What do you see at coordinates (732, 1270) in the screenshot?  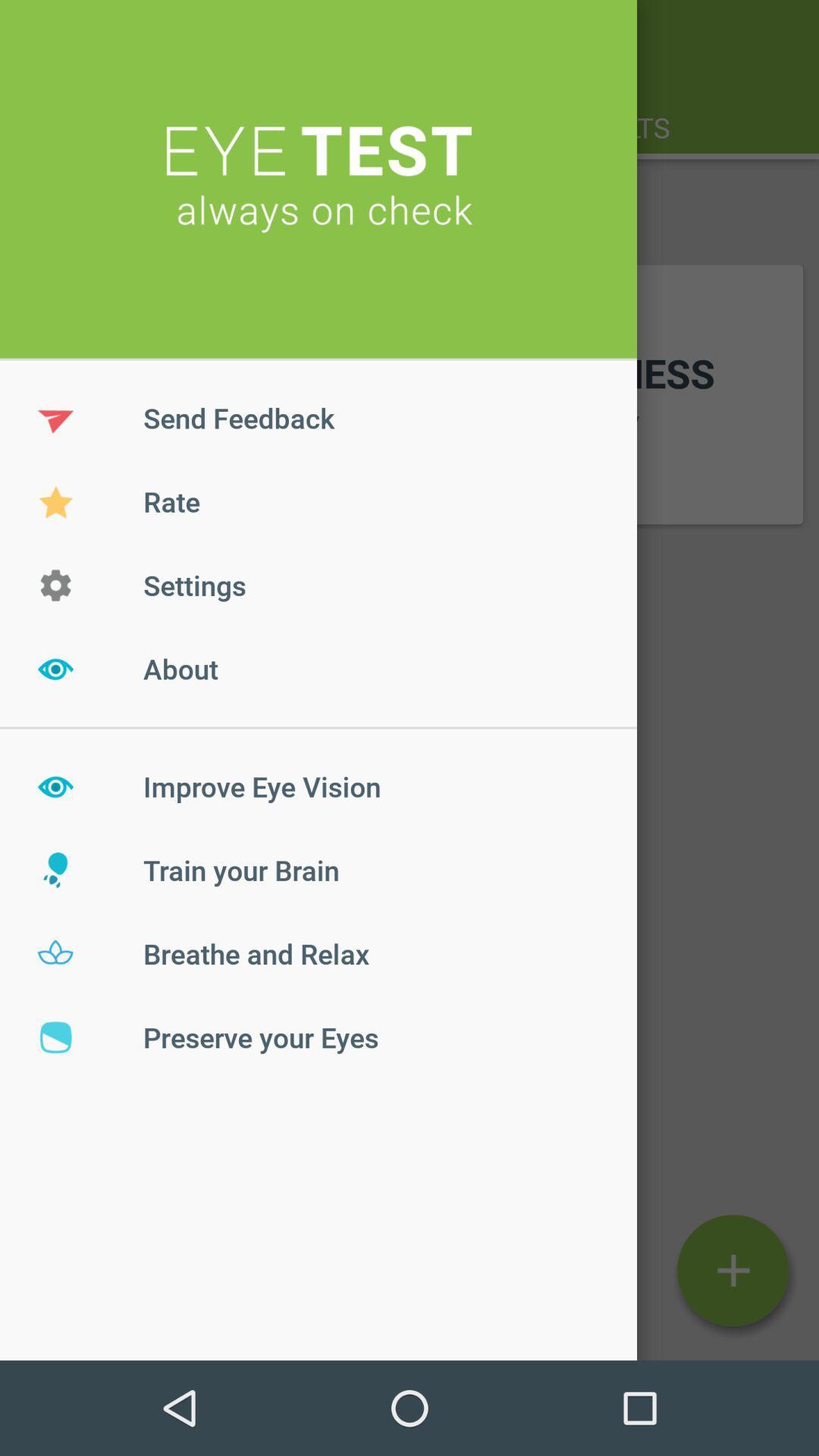 I see `the add icon` at bounding box center [732, 1270].